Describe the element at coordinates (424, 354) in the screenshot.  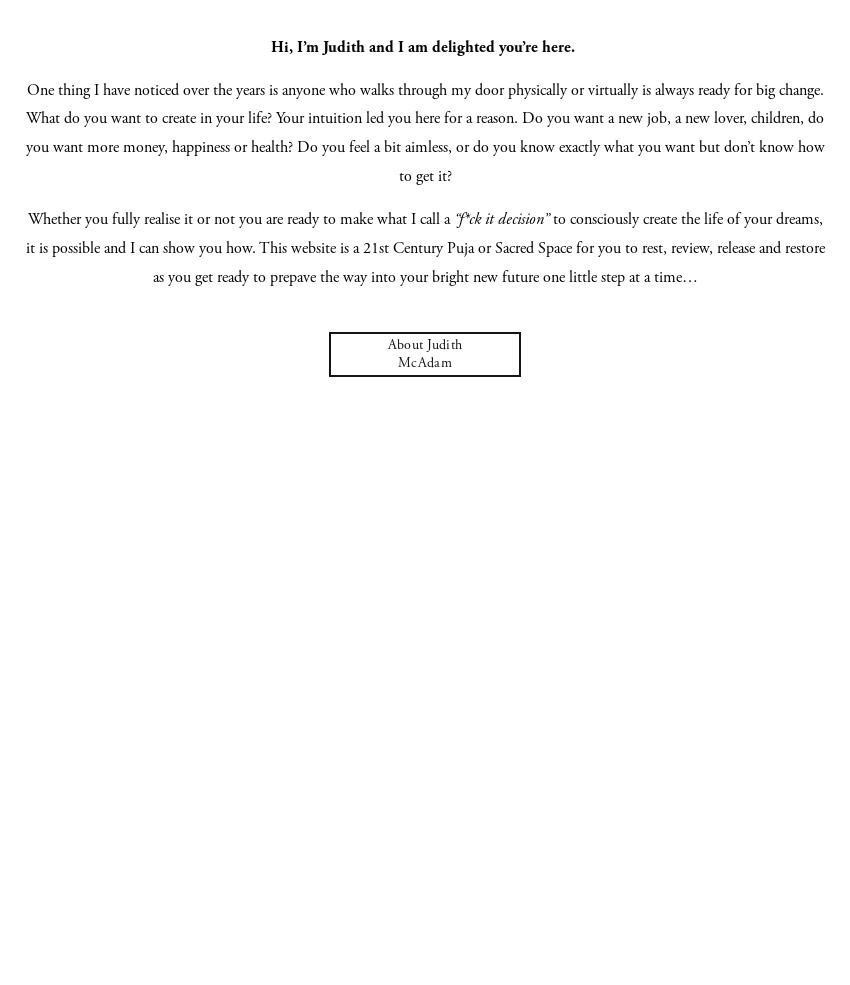
I see `'About Judith McAdam'` at that location.